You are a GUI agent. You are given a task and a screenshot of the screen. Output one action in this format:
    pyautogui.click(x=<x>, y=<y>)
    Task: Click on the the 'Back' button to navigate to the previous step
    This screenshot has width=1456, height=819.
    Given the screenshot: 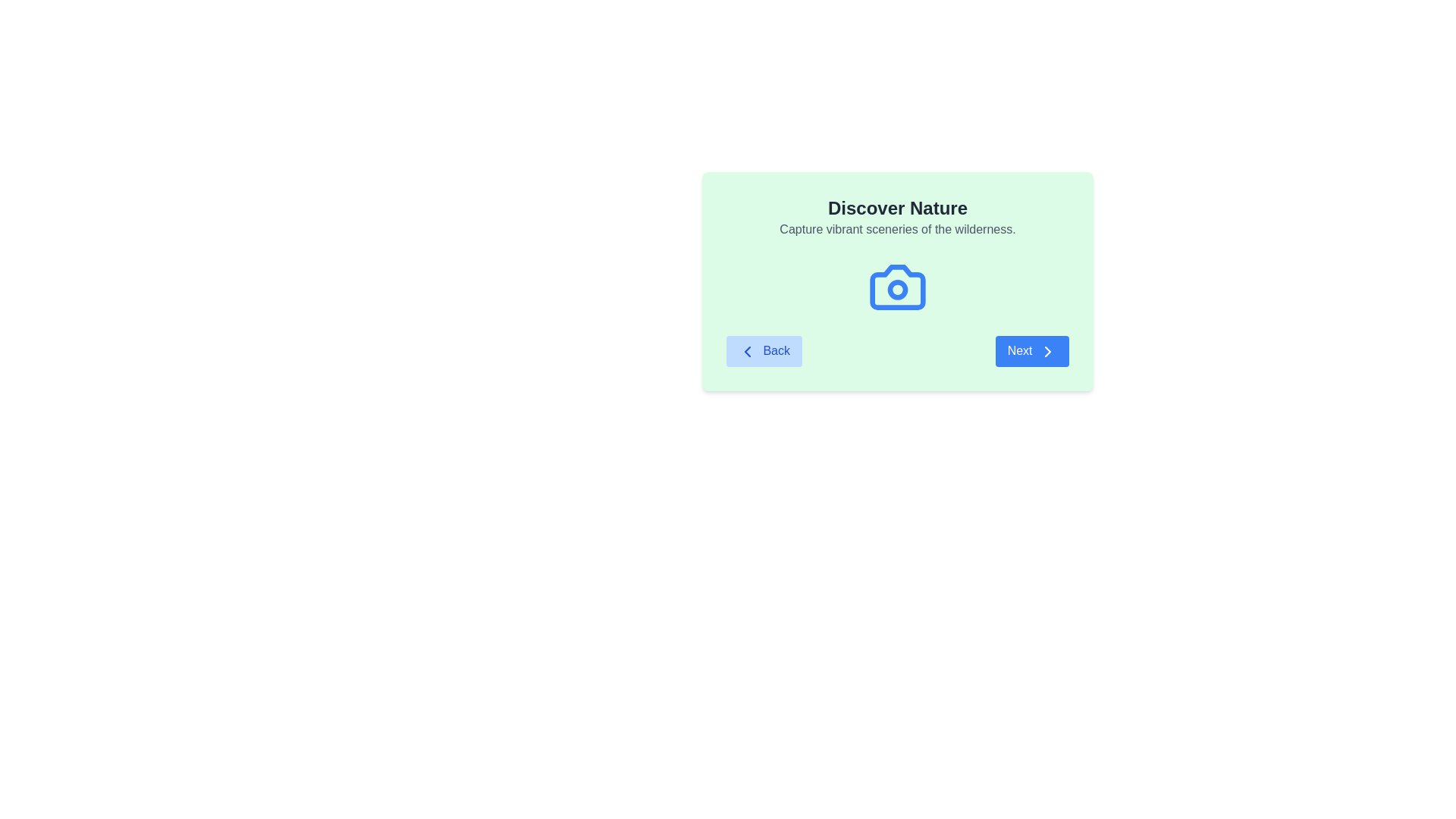 What is the action you would take?
    pyautogui.click(x=764, y=350)
    